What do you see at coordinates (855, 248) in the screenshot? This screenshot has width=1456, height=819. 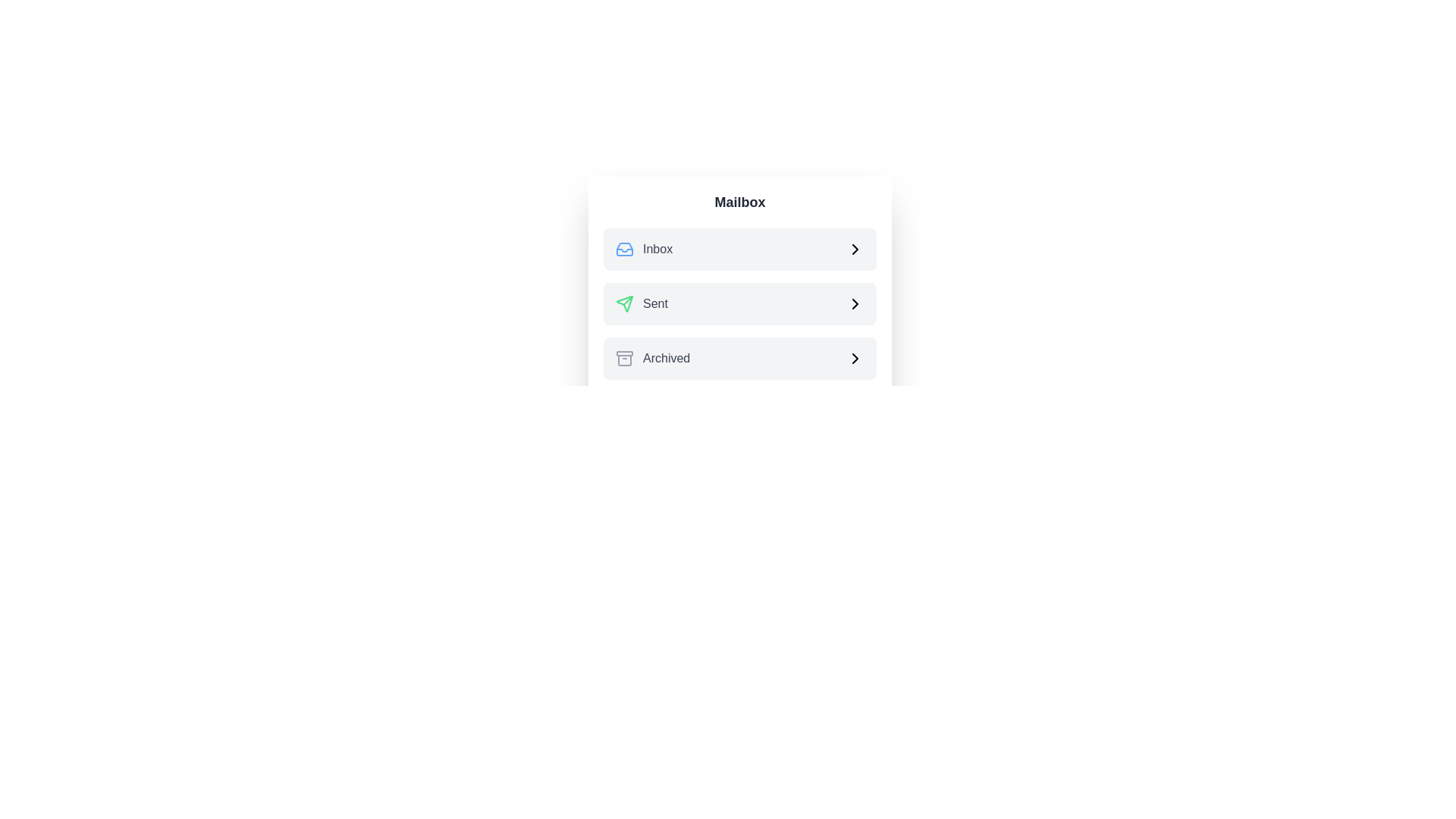 I see `the navigation arrow located to the far right of the 'Inbox' option in the vertical menu list titled 'Mailbox'` at bounding box center [855, 248].